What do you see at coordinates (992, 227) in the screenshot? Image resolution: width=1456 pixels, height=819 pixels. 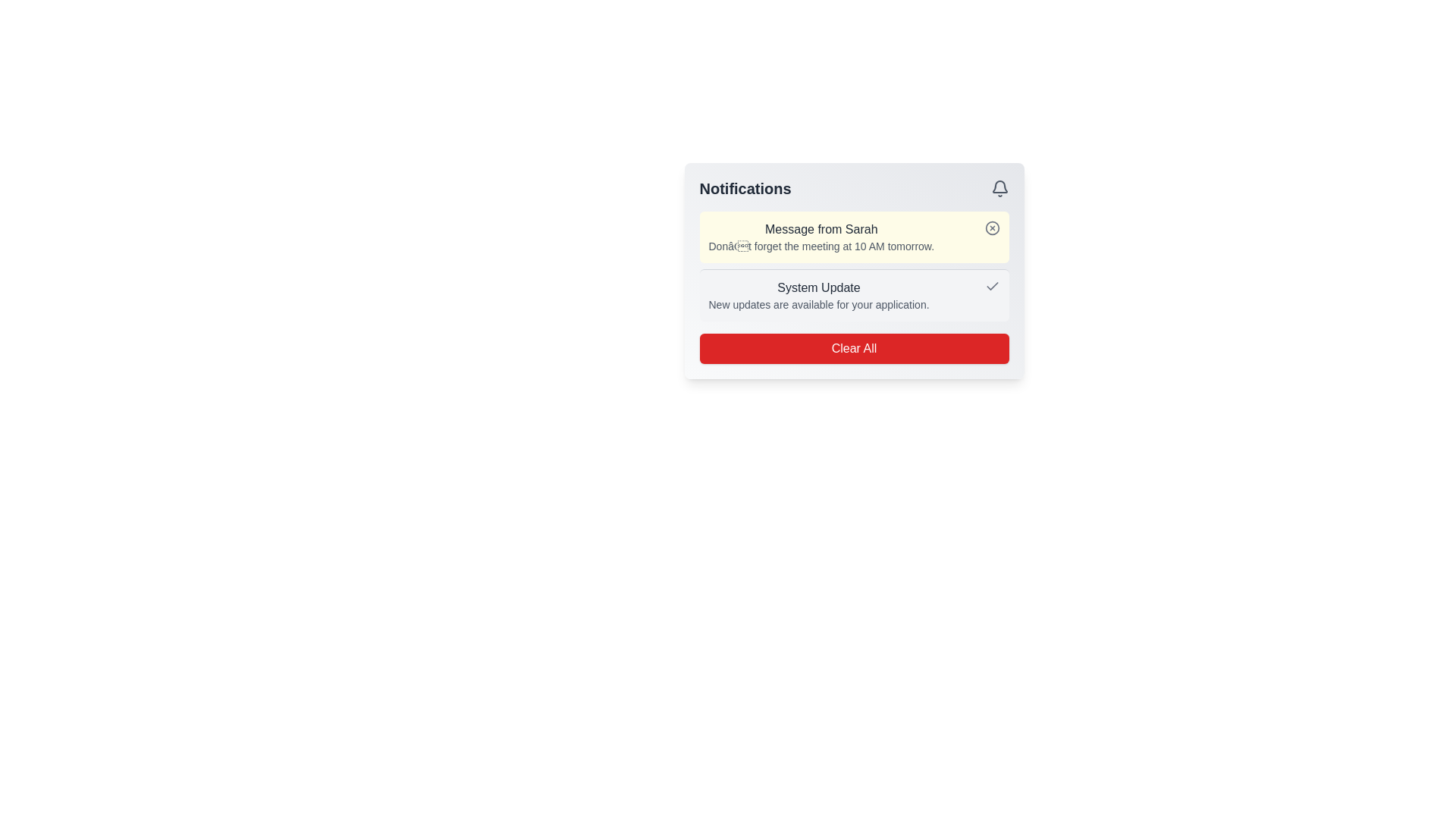 I see `the icon button located to the right of the notification titled 'Message from Sarah'` at bounding box center [992, 227].